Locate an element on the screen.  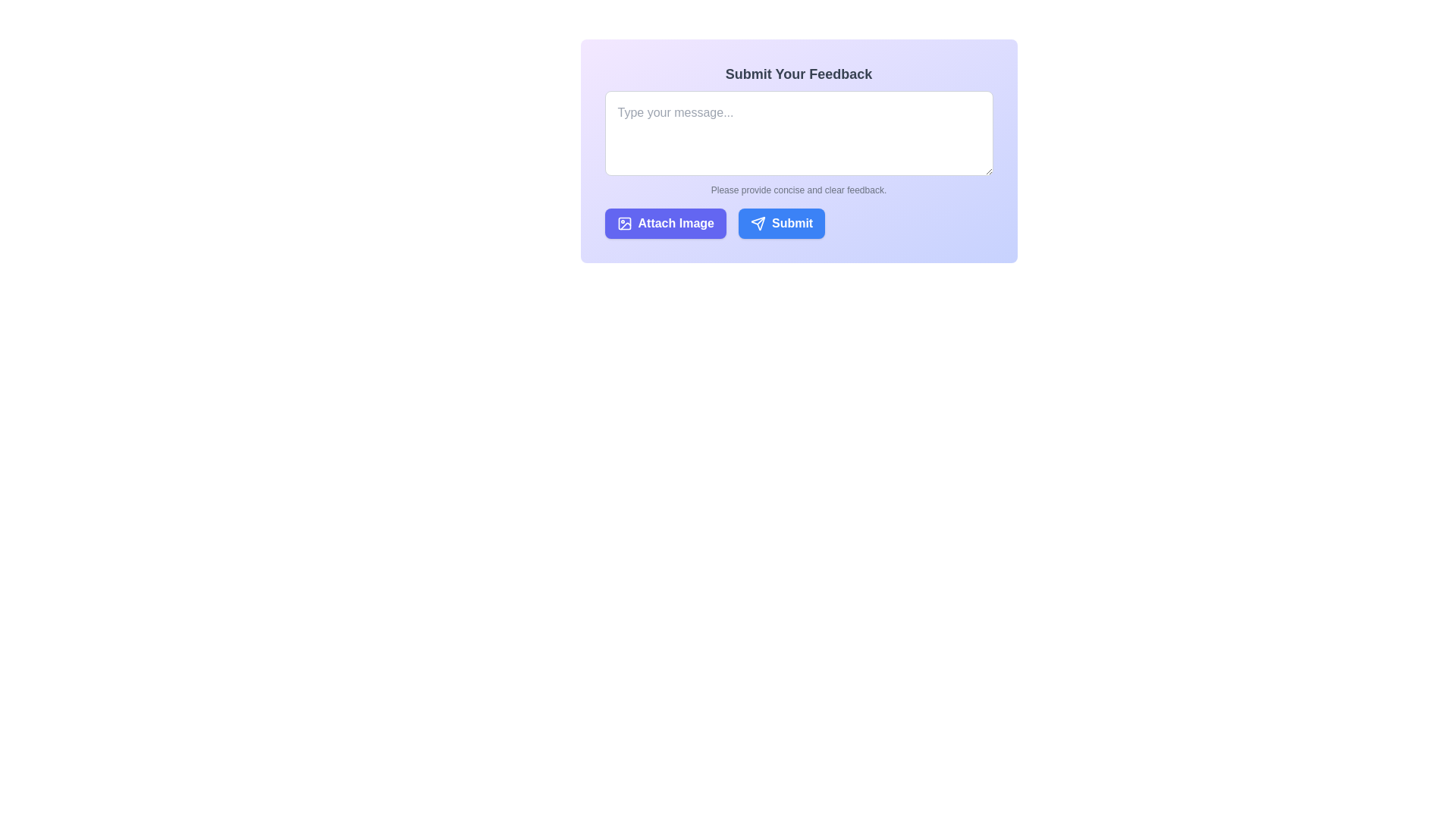
the second button located to the immediate right of the 'Attach Image' button within the 'Submit Your Feedback' section is located at coordinates (782, 223).